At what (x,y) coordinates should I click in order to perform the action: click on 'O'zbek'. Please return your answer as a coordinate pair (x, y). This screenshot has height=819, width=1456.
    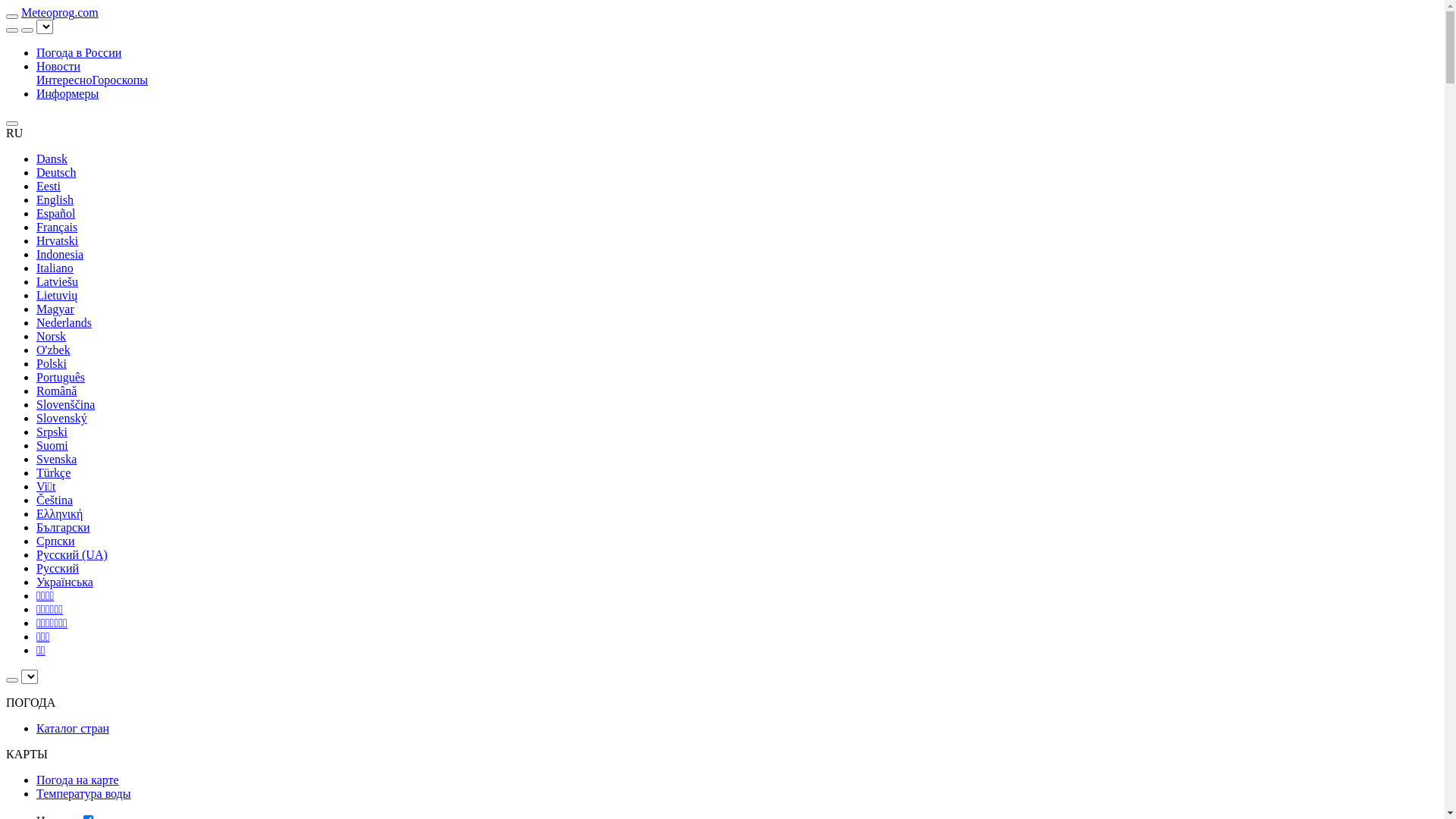
    Looking at the image, I should click on (53, 350).